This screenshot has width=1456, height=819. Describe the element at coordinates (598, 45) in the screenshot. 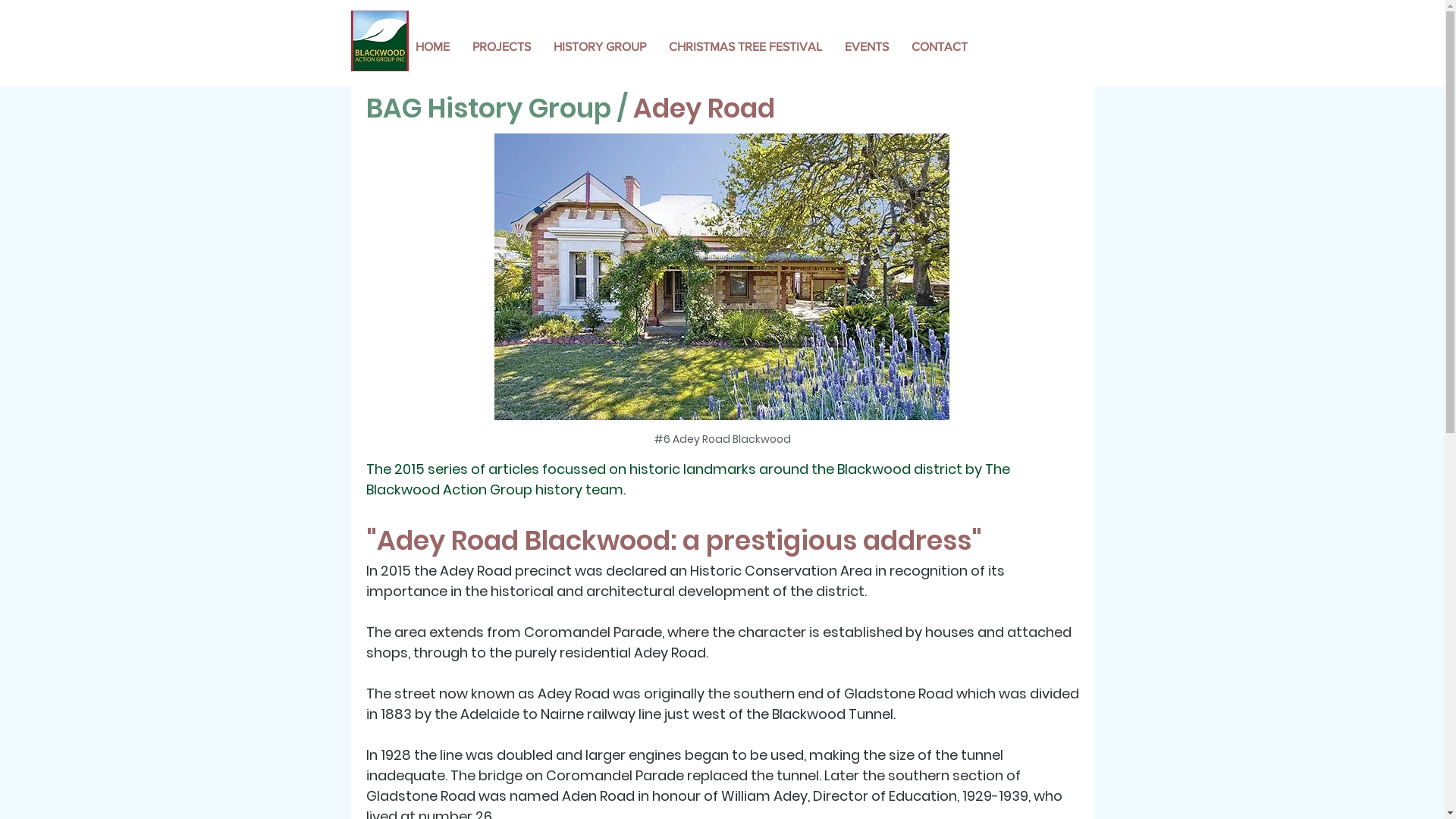

I see `'HISTORY GROUP'` at that location.